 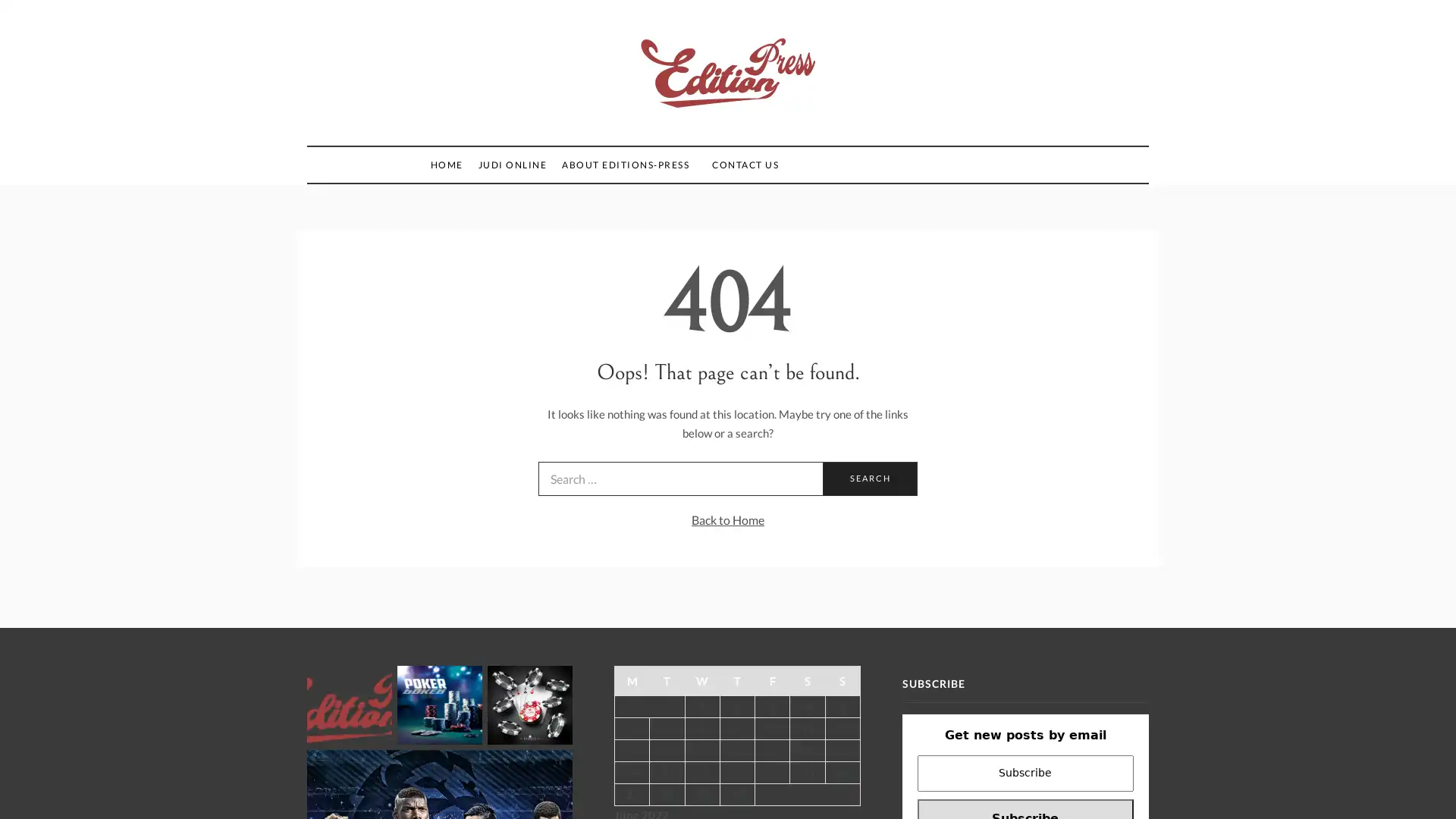 What do you see at coordinates (870, 478) in the screenshot?
I see `Search` at bounding box center [870, 478].